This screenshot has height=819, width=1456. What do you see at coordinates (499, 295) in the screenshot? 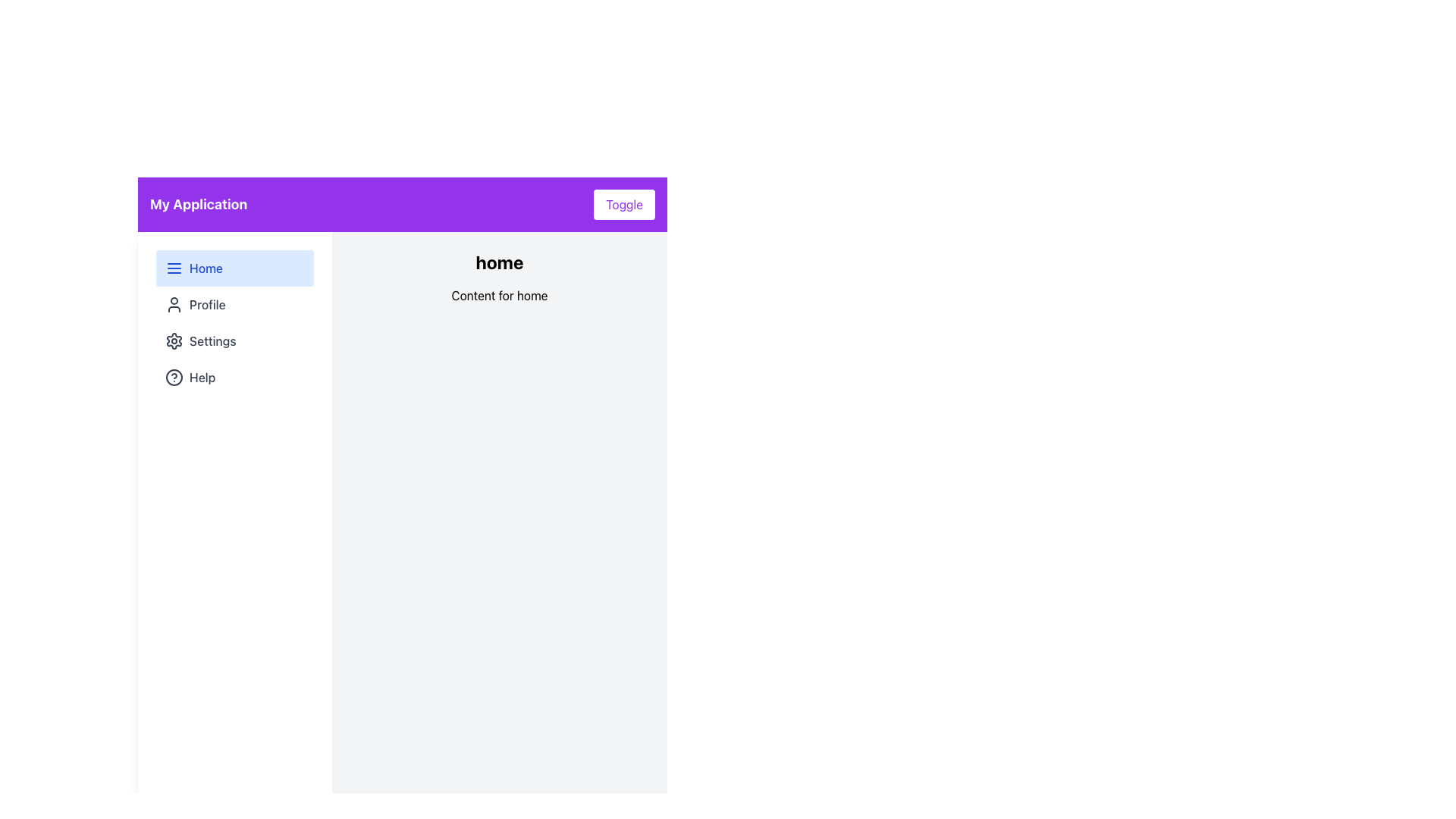
I see `the text element displaying 'Content for home', which is located beneath the bold heading 'home'` at bounding box center [499, 295].